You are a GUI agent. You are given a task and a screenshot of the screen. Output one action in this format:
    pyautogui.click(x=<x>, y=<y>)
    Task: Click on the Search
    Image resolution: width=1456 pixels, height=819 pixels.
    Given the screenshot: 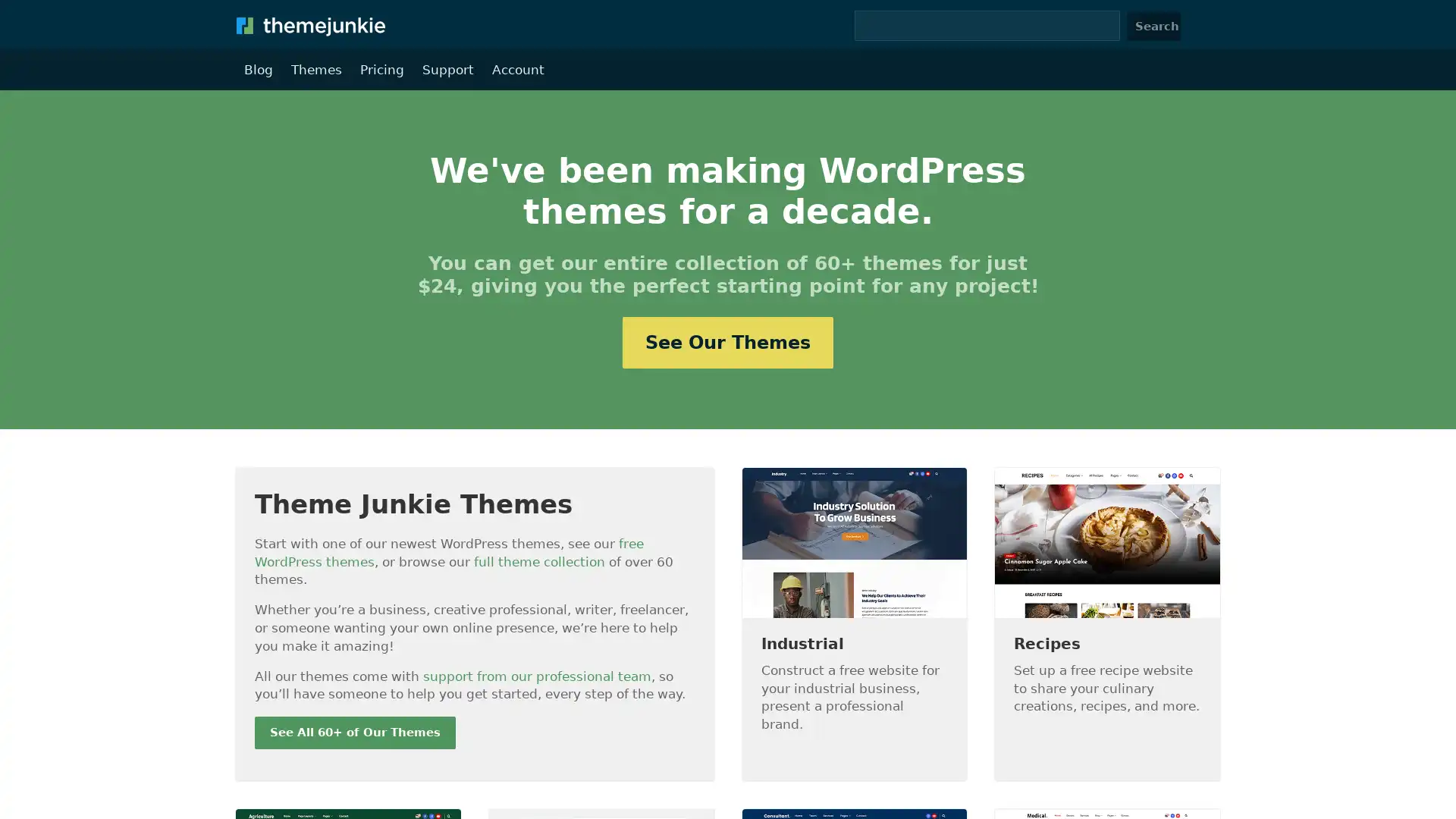 What is the action you would take?
    pyautogui.click(x=1153, y=26)
    